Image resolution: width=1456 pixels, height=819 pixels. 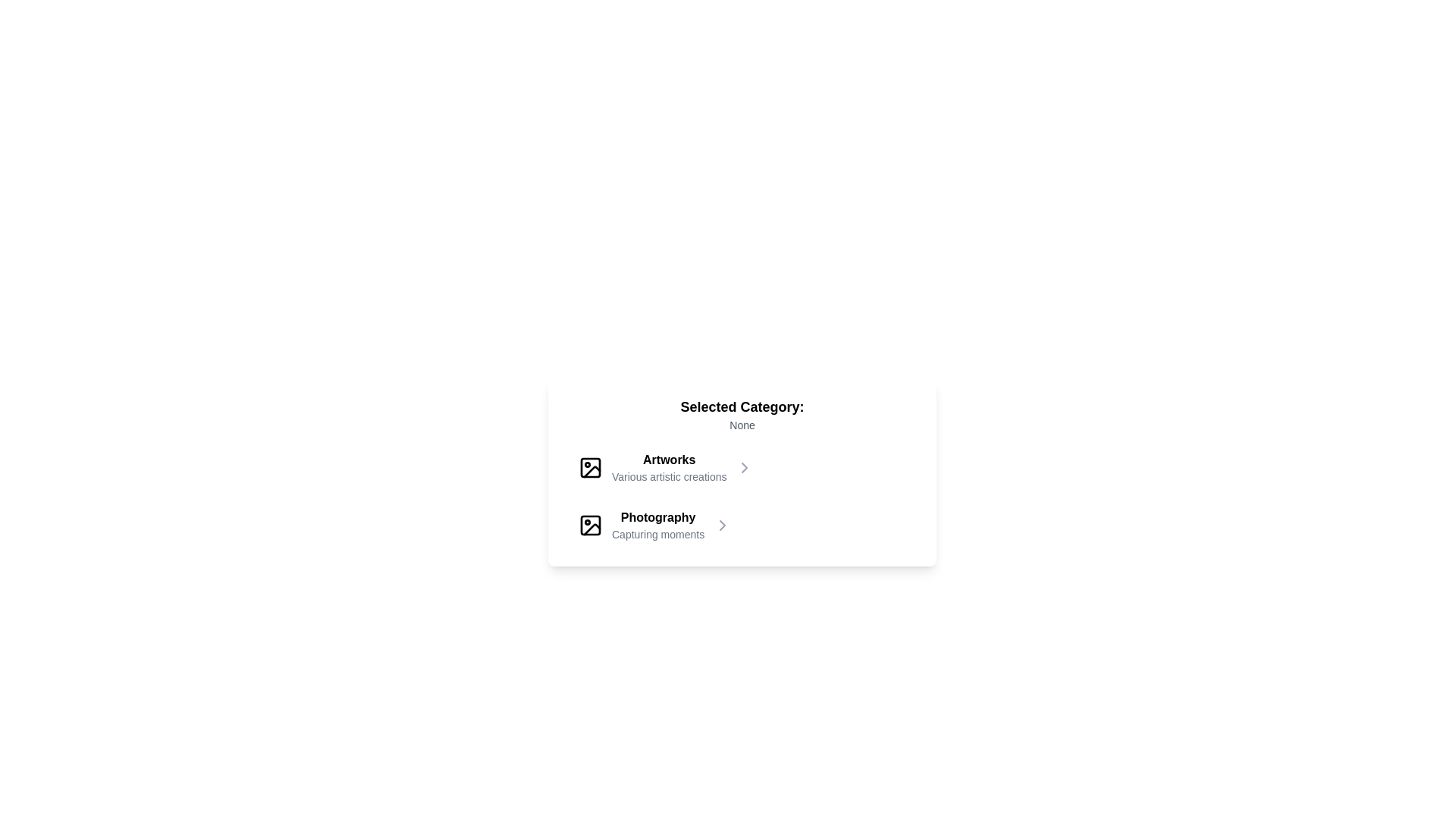 What do you see at coordinates (745, 467) in the screenshot?
I see `the arrow-shaped icon button, which is gray and positioned to the right of the 'Artworks' text` at bounding box center [745, 467].